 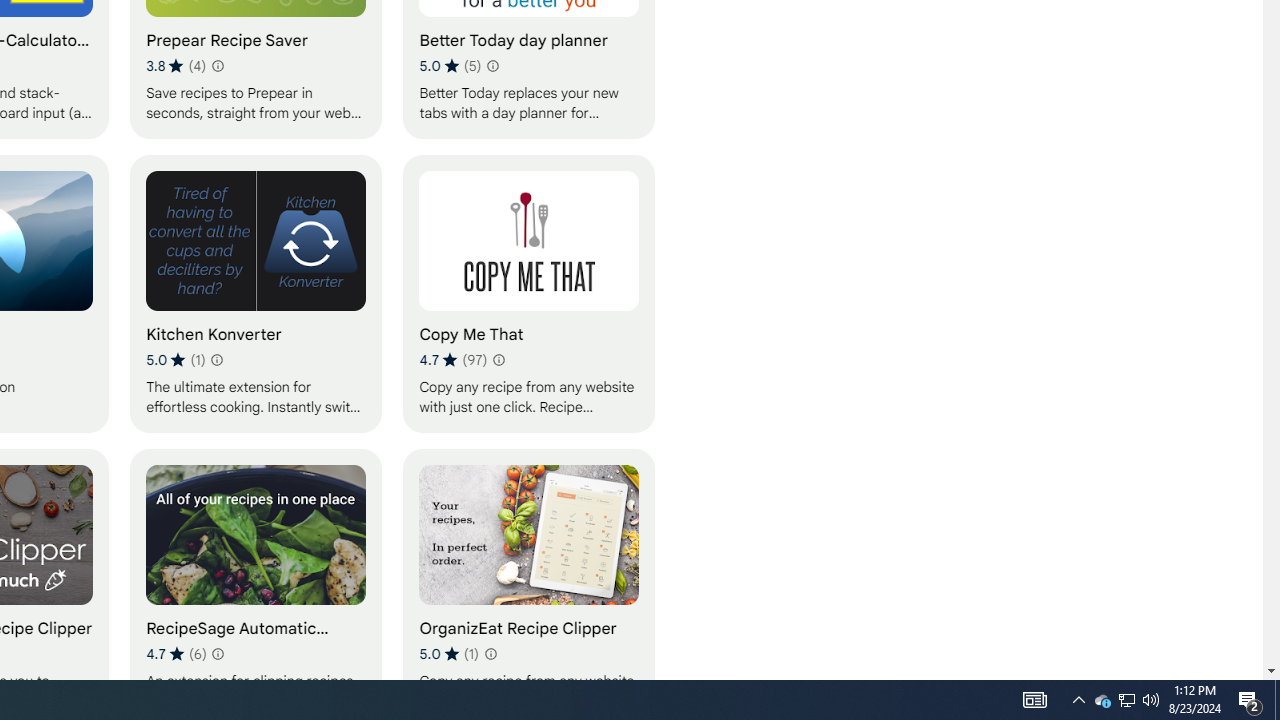 I want to click on 'Copy Me That', so click(x=529, y=293).